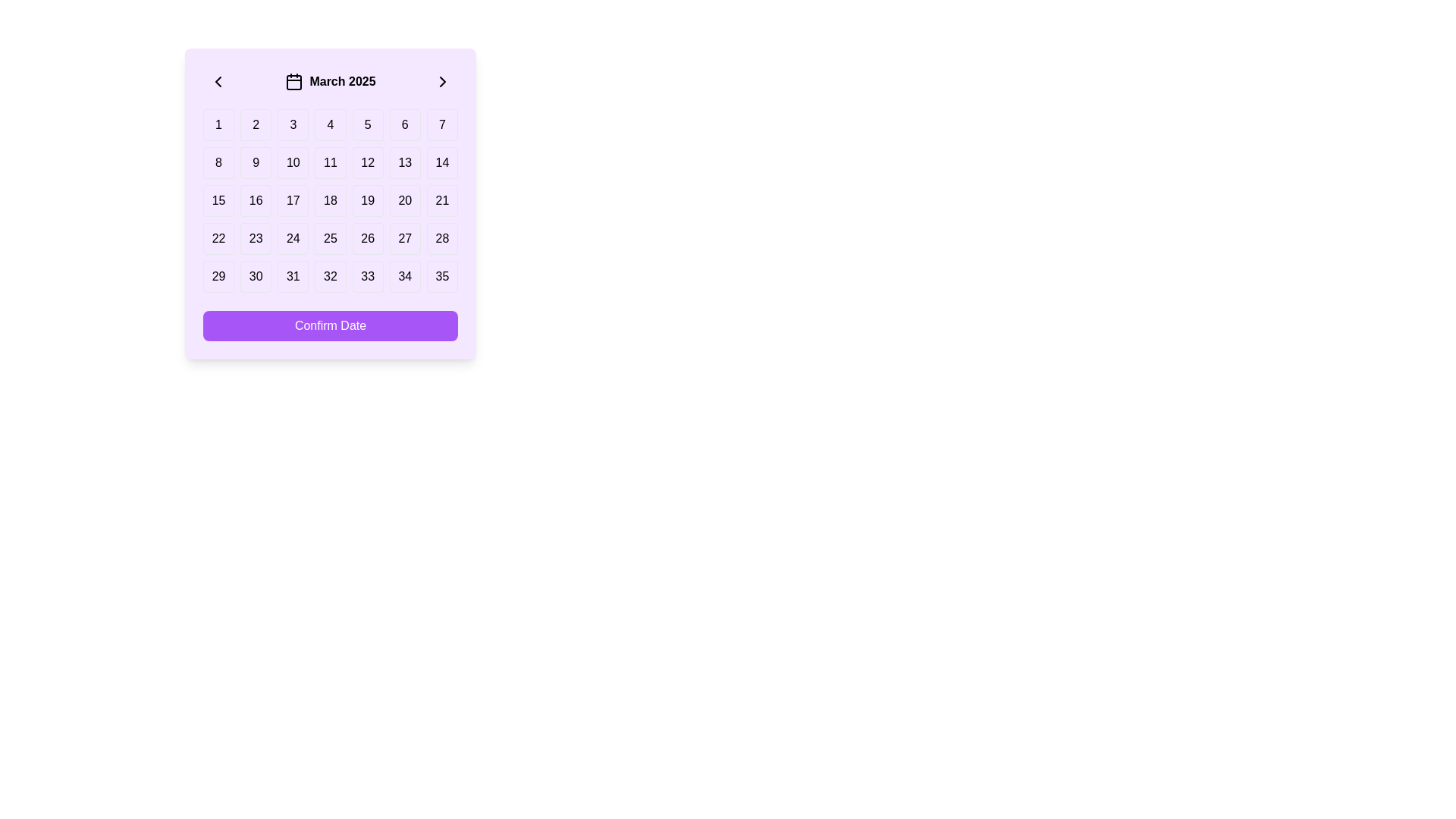  Describe the element at coordinates (330, 82) in the screenshot. I see `the text element displaying 'March 2025' which is styled with a light background and has a calendar icon on the left, located in the top horizontal row of the date picker interface` at that location.